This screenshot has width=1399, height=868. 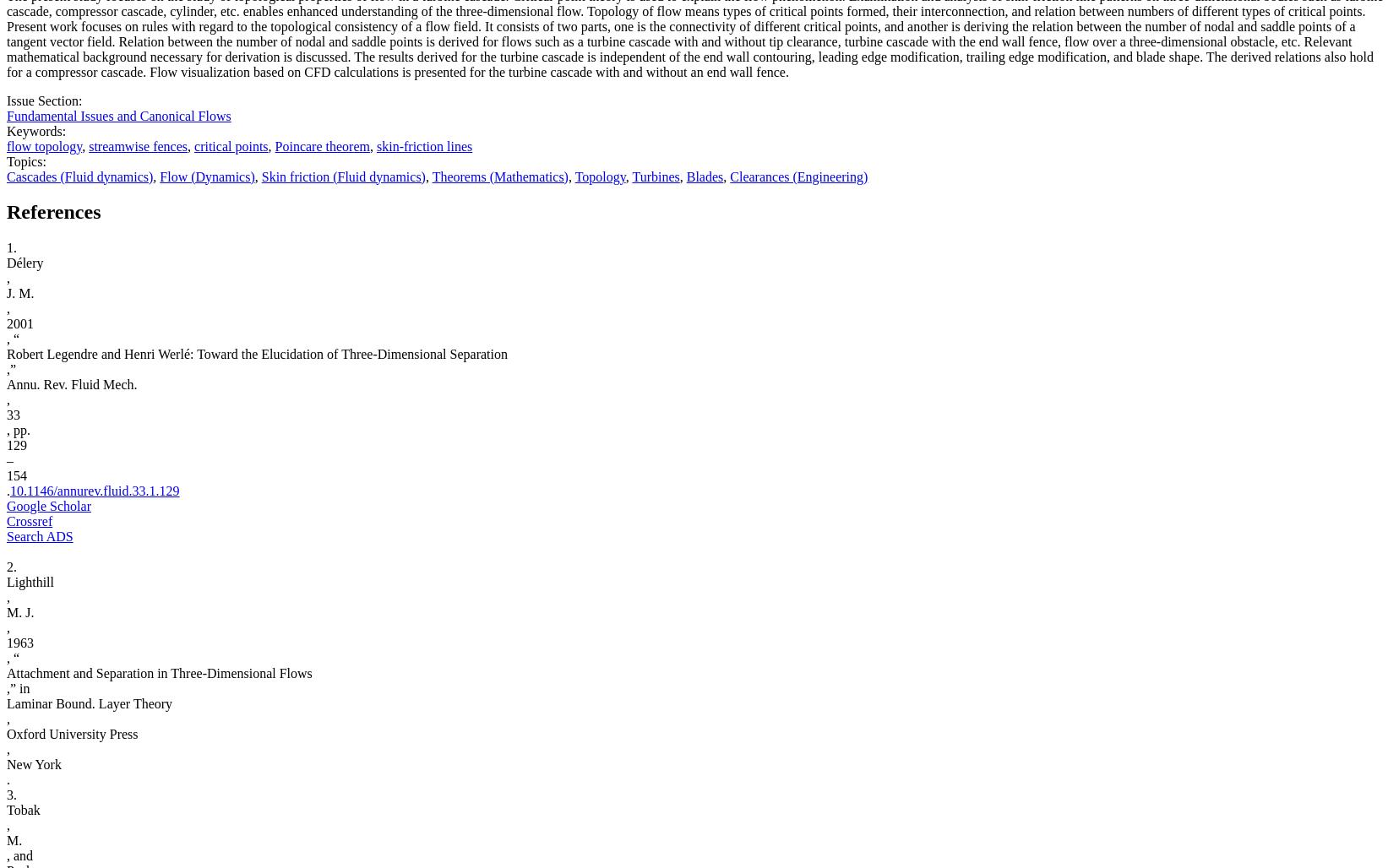 What do you see at coordinates (13, 414) in the screenshot?
I see `'33'` at bounding box center [13, 414].